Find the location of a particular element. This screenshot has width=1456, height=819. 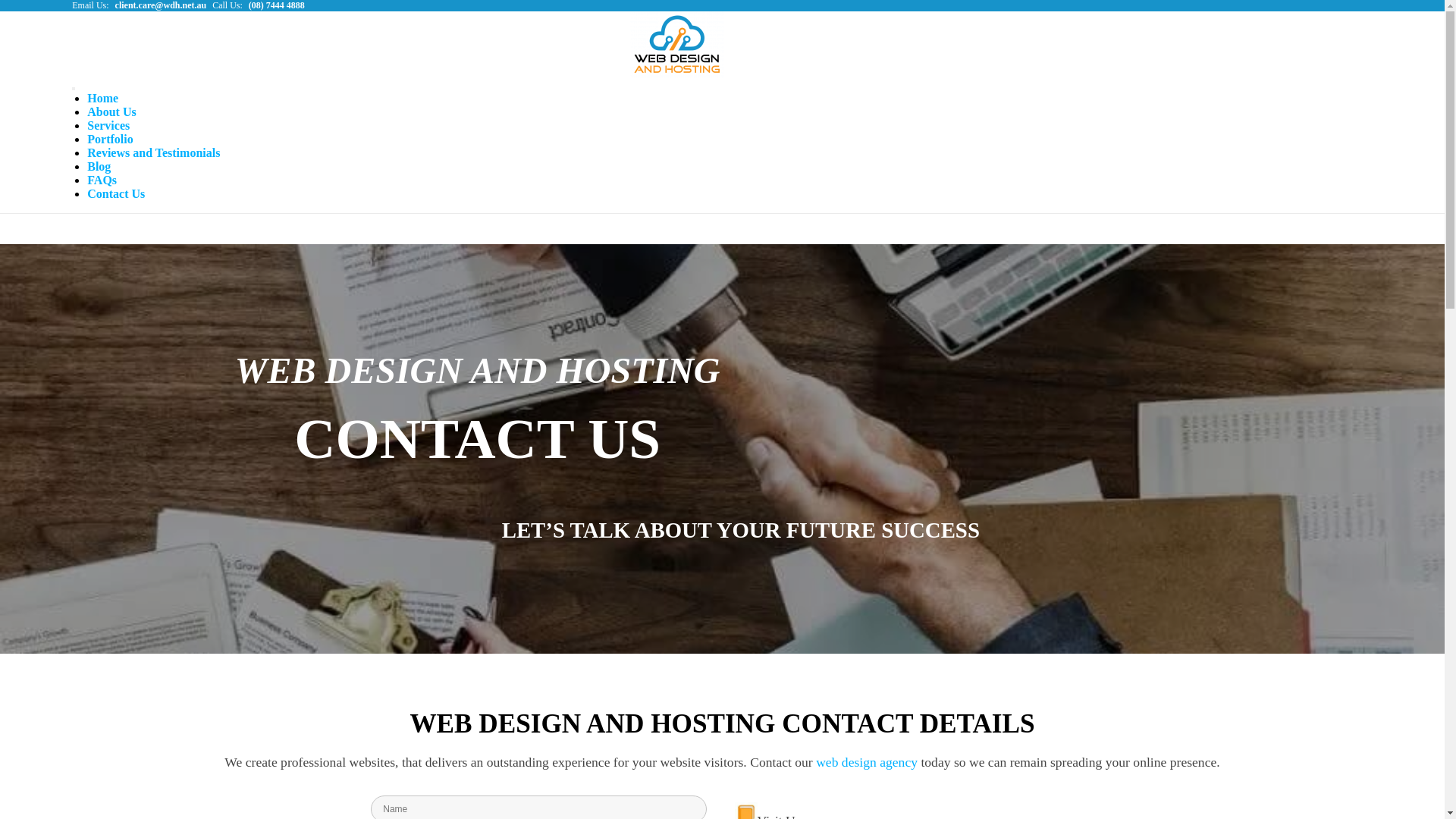

'web design agency' is located at coordinates (866, 762).